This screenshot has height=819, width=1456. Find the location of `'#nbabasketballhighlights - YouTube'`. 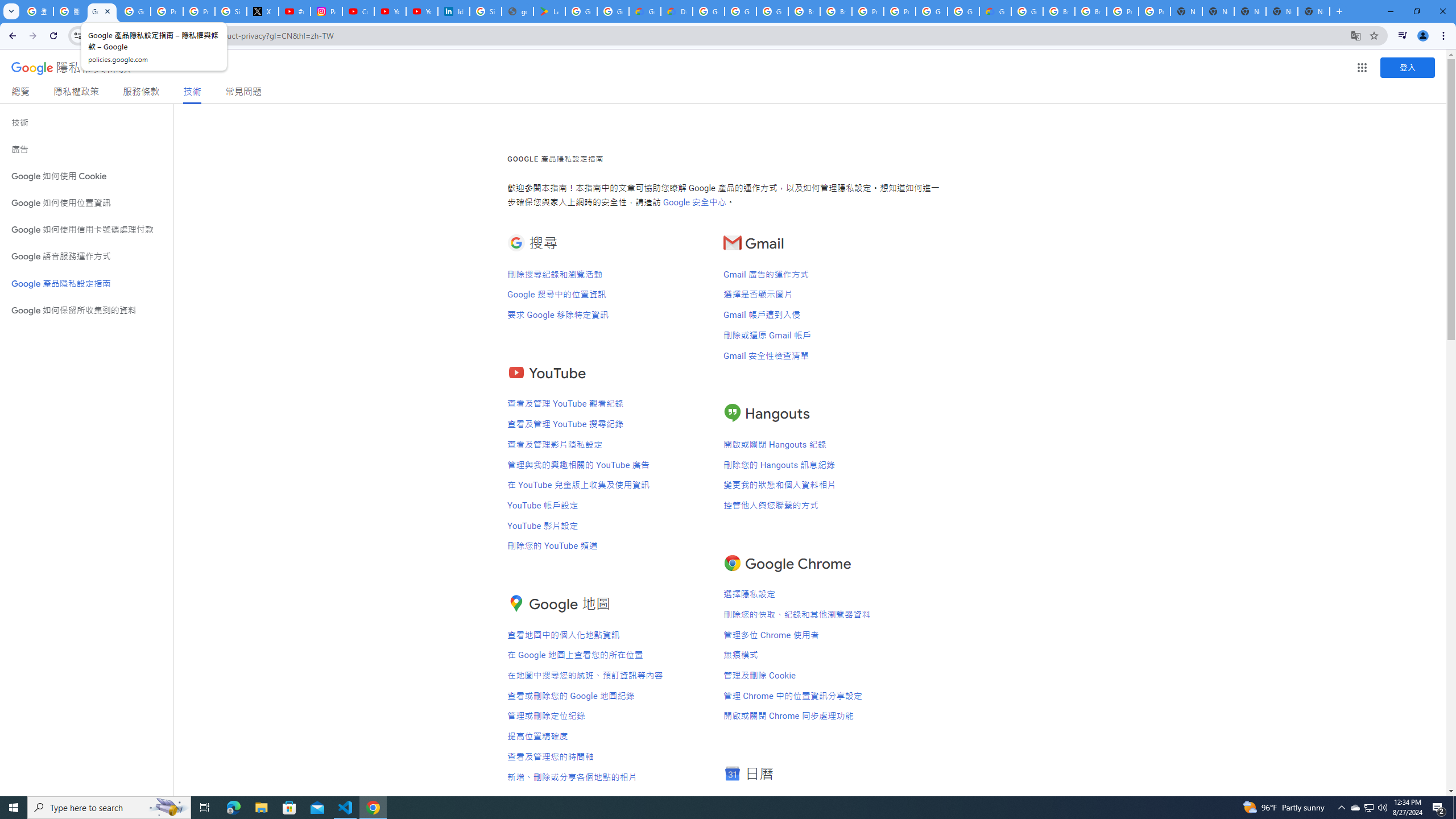

'#nbabasketballhighlights - YouTube' is located at coordinates (294, 11).